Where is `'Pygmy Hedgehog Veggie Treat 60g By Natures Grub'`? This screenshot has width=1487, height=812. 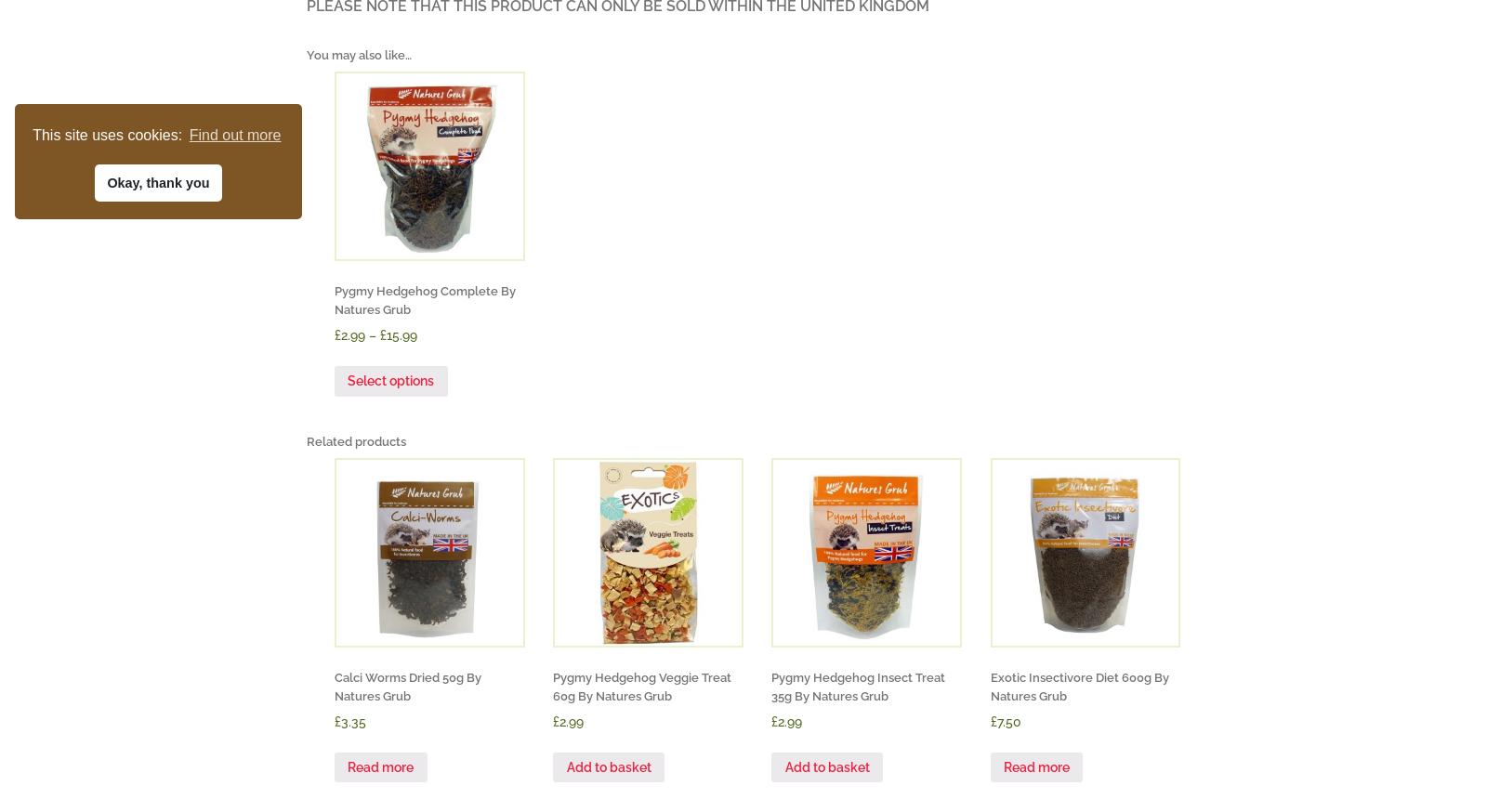 'Pygmy Hedgehog Veggie Treat 60g By Natures Grub' is located at coordinates (642, 685).